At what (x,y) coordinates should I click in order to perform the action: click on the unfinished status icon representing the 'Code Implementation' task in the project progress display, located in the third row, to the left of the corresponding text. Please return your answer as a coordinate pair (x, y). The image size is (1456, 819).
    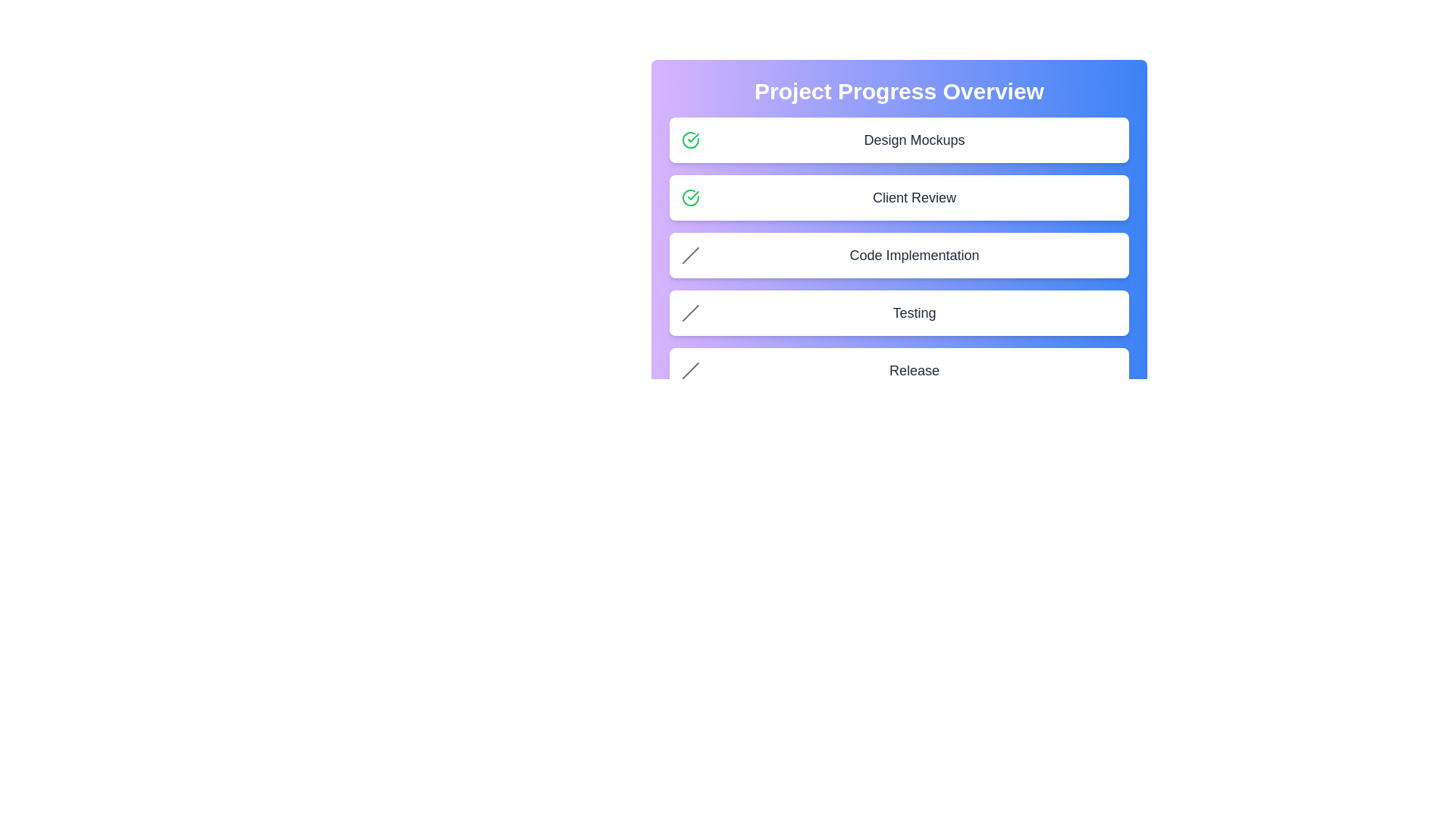
    Looking at the image, I should click on (690, 254).